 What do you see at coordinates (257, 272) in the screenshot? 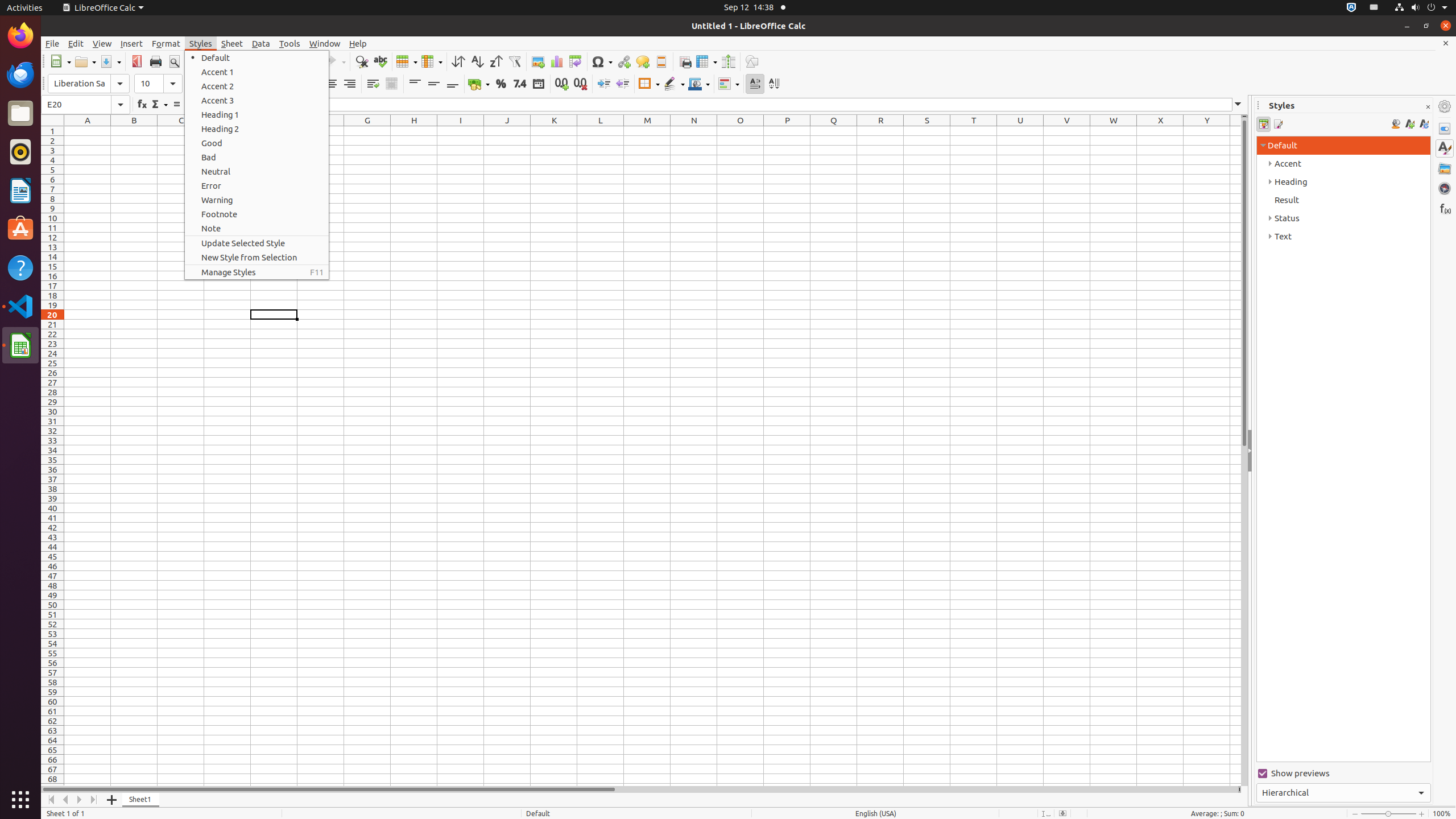
I see `'Manage Styles'` at bounding box center [257, 272].